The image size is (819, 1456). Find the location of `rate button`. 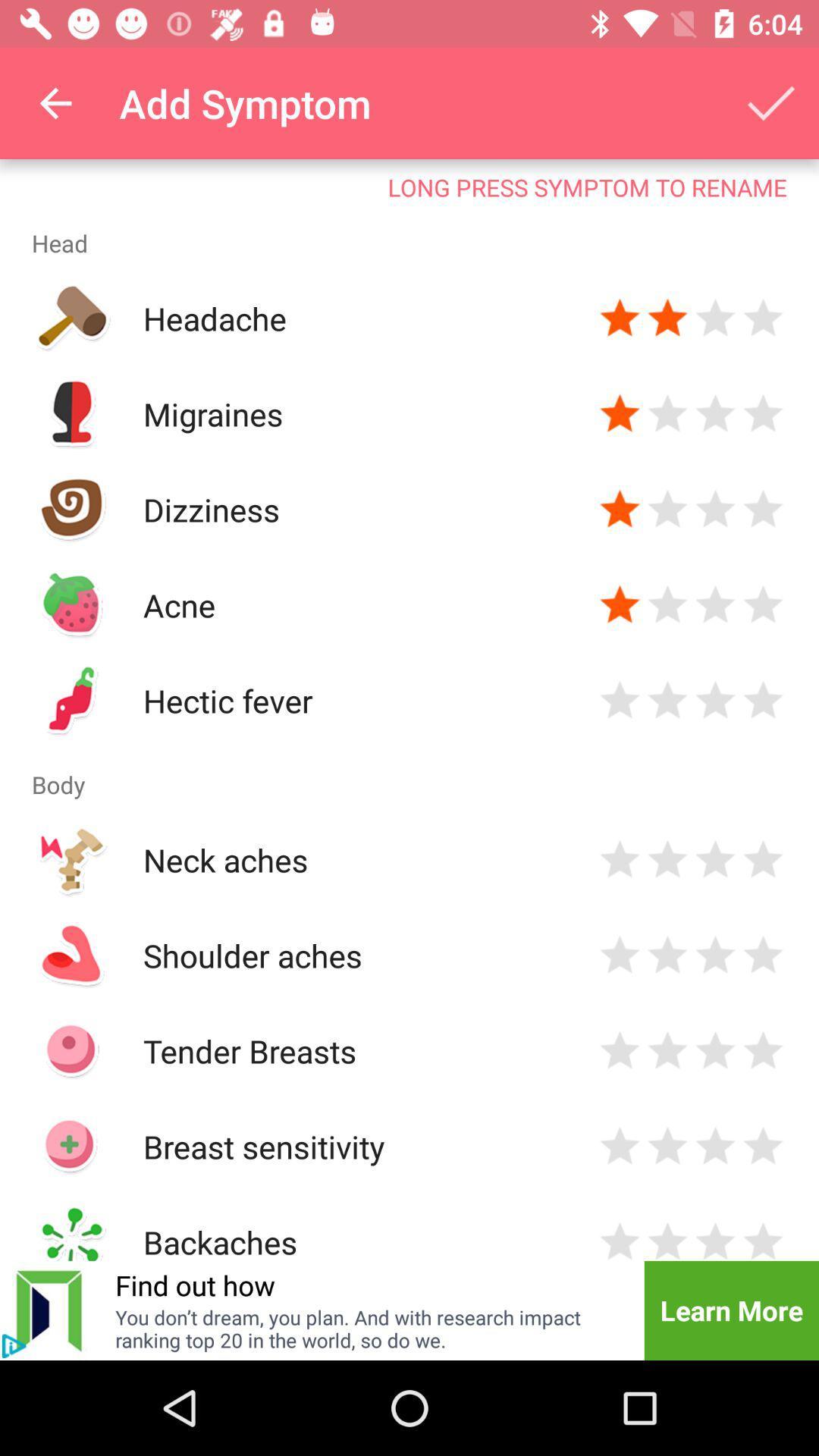

rate button is located at coordinates (763, 700).